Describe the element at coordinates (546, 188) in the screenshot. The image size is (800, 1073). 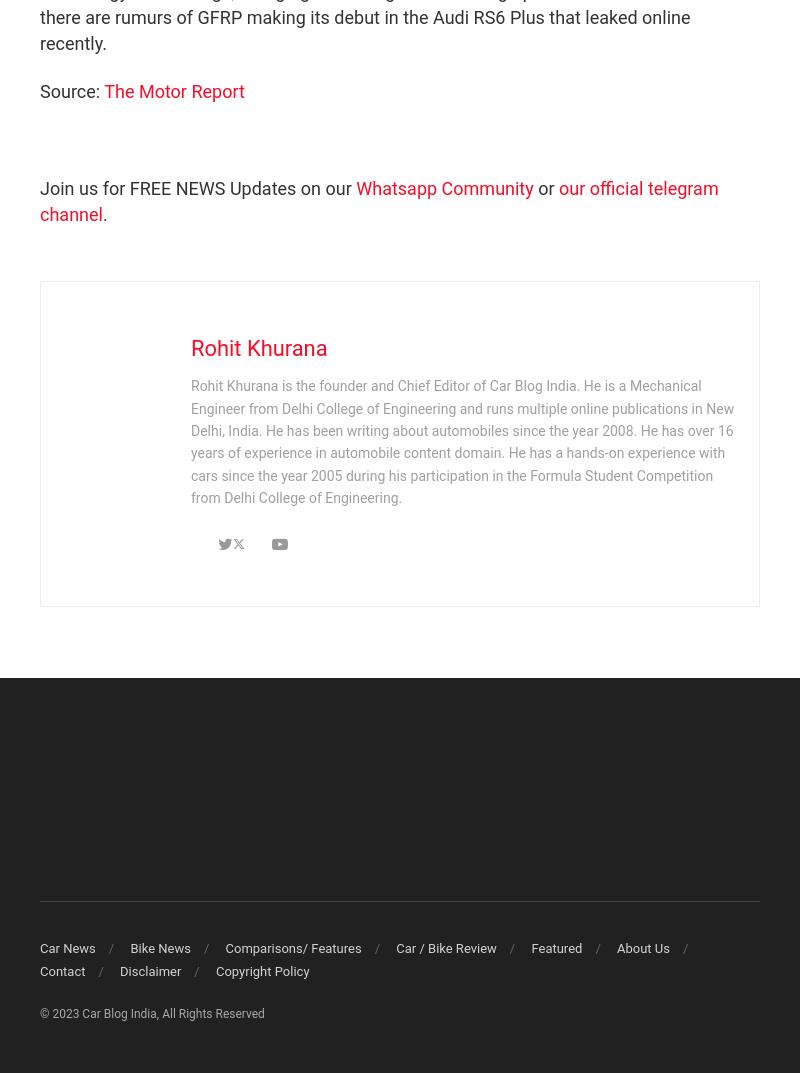
I see `'or'` at that location.